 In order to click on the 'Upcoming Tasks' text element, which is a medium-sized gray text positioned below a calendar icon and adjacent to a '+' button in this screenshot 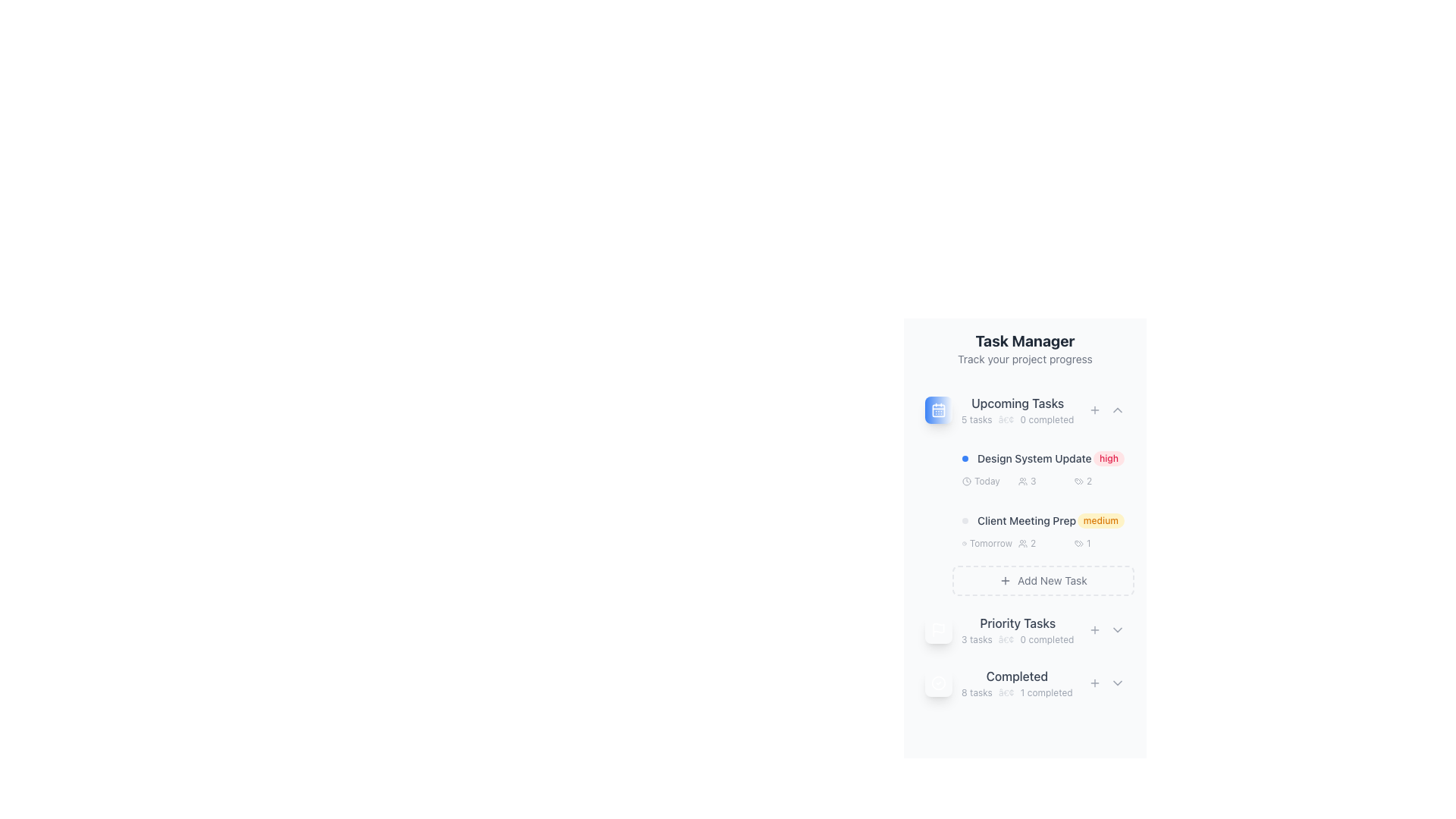, I will do `click(1018, 403)`.